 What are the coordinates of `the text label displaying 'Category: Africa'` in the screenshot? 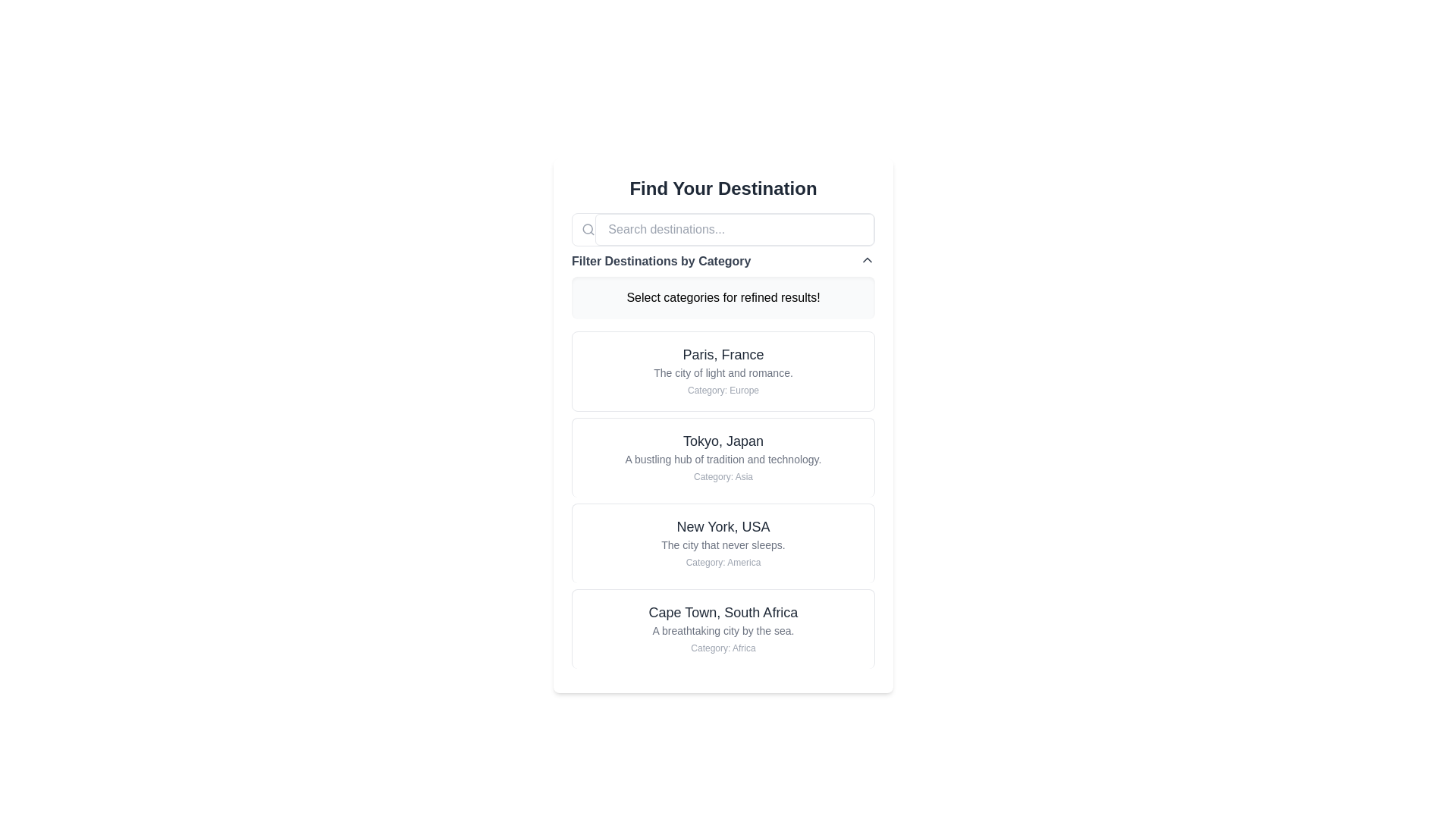 It's located at (723, 648).